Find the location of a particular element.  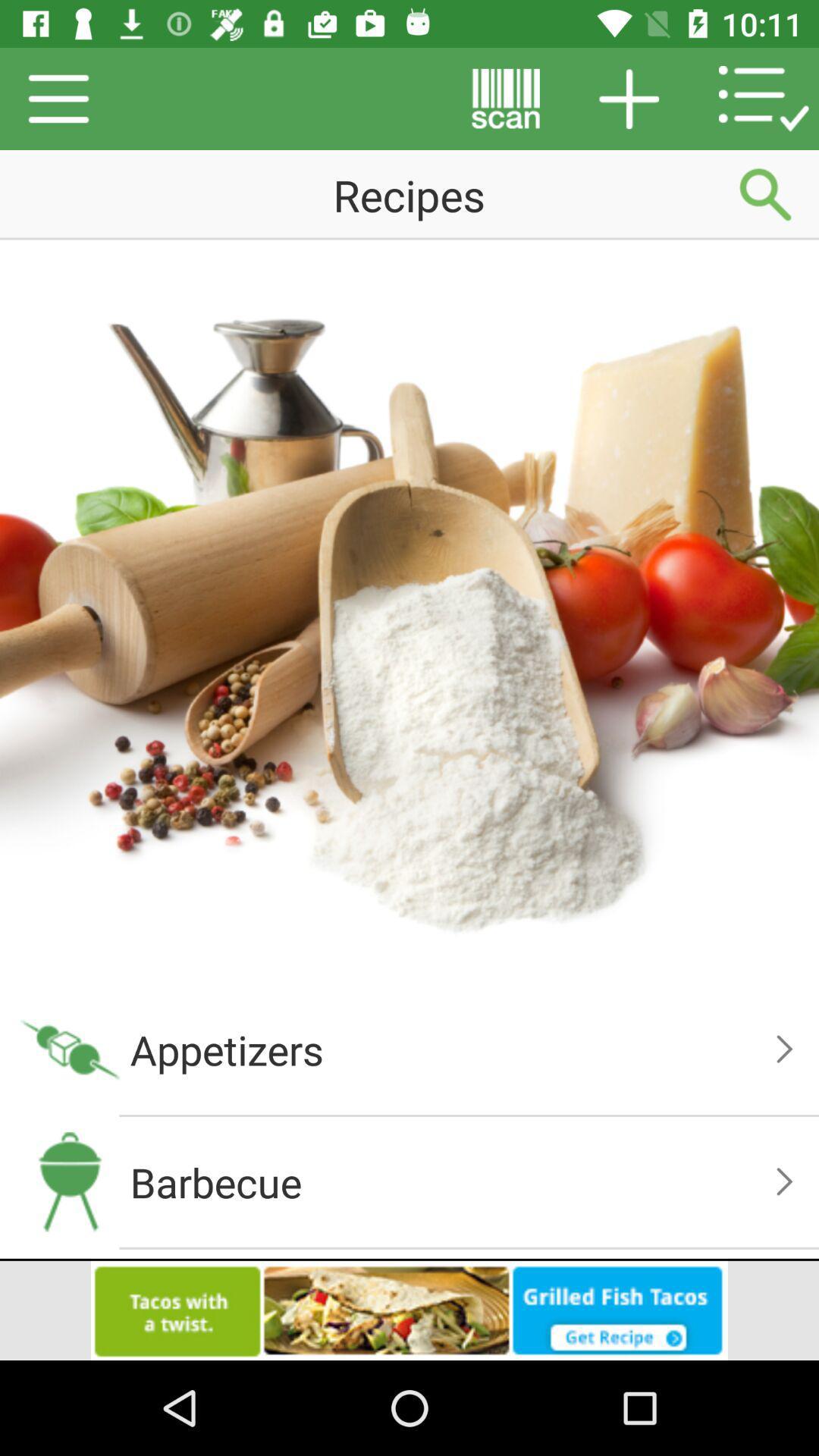

the menu icon is located at coordinates (58, 98).